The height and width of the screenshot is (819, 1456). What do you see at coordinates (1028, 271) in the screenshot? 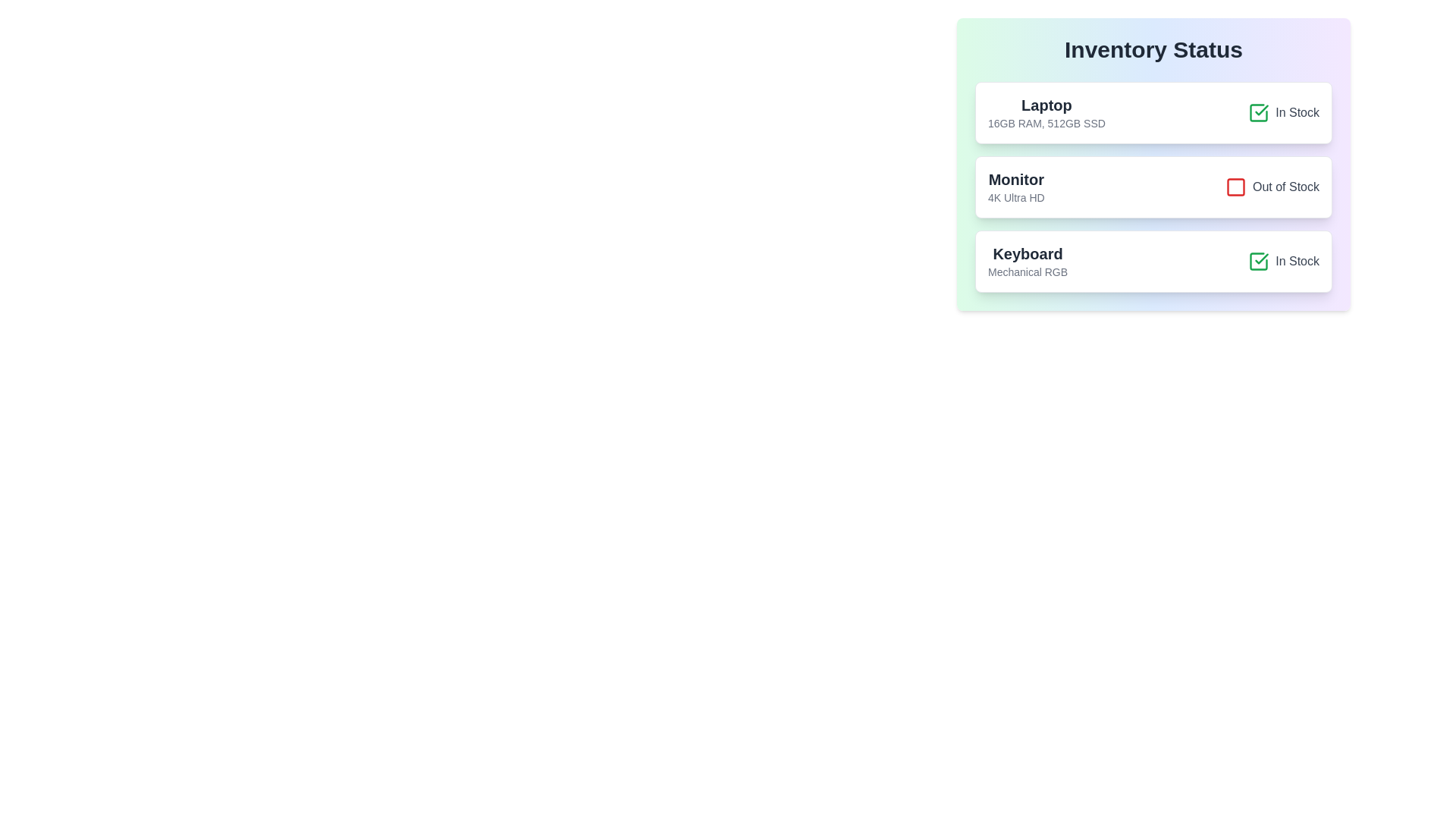
I see `the text label providing a detailed description for the 'Keyboard' inventory item, located directly below the bold 'Keyboard' text` at bounding box center [1028, 271].